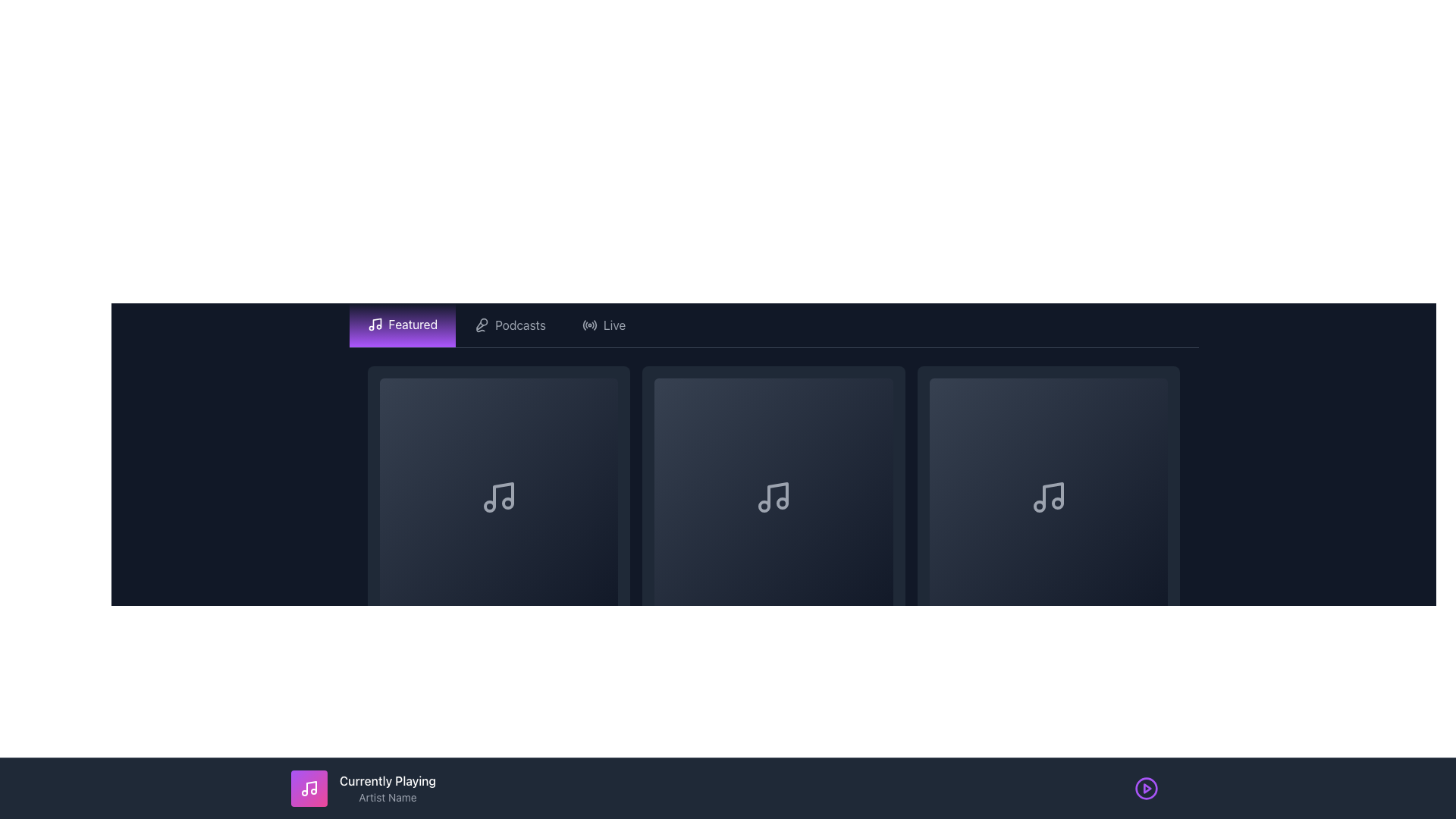 Image resolution: width=1456 pixels, height=819 pixels. Describe the element at coordinates (507, 504) in the screenshot. I see `the decorative musical note icon located at the lower portion of the musical note icon in the first card of a horizontally aligned card list` at that location.